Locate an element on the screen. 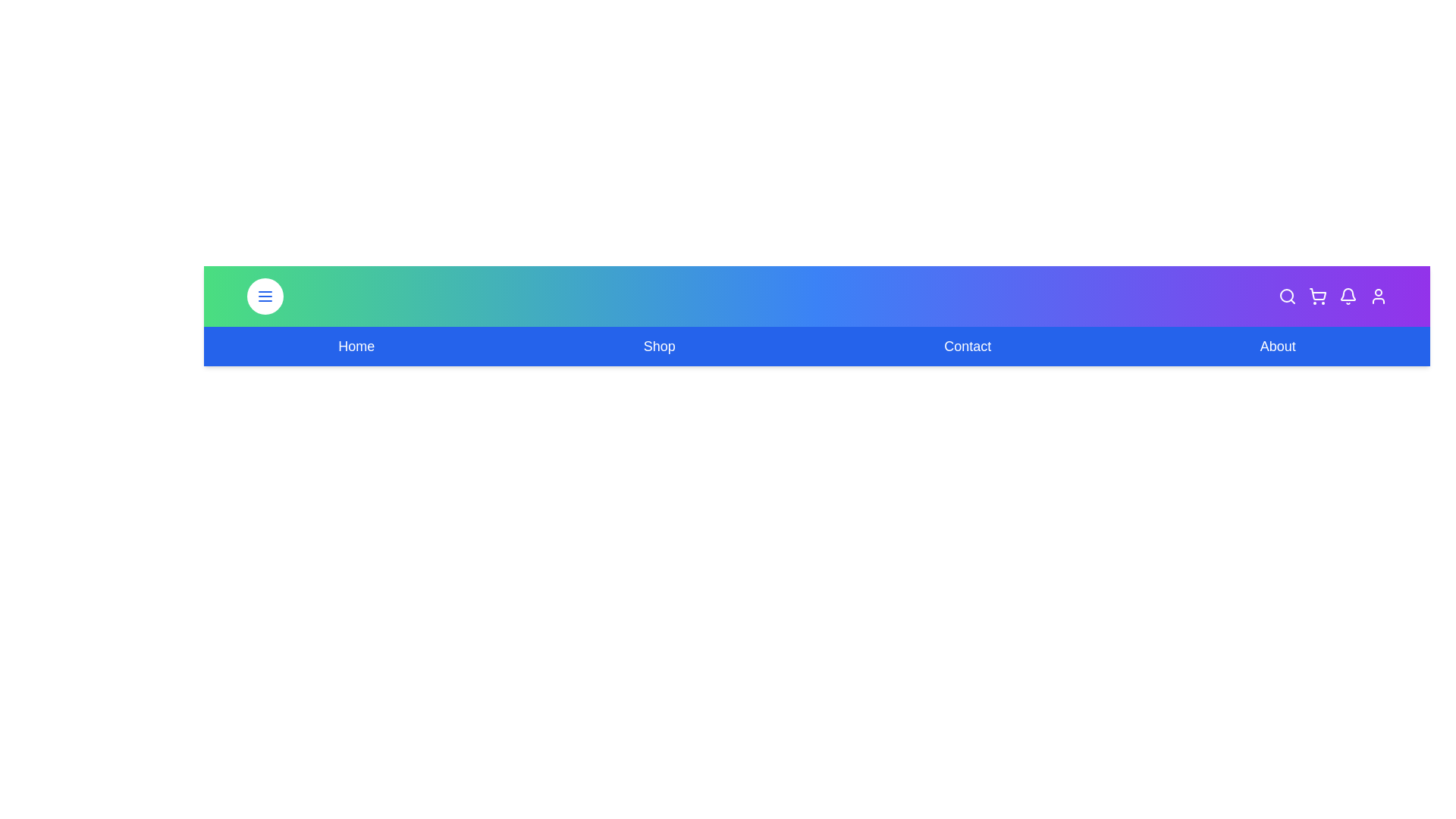 Image resolution: width=1456 pixels, height=819 pixels. the search icon in the navigation bar is located at coordinates (1286, 296).